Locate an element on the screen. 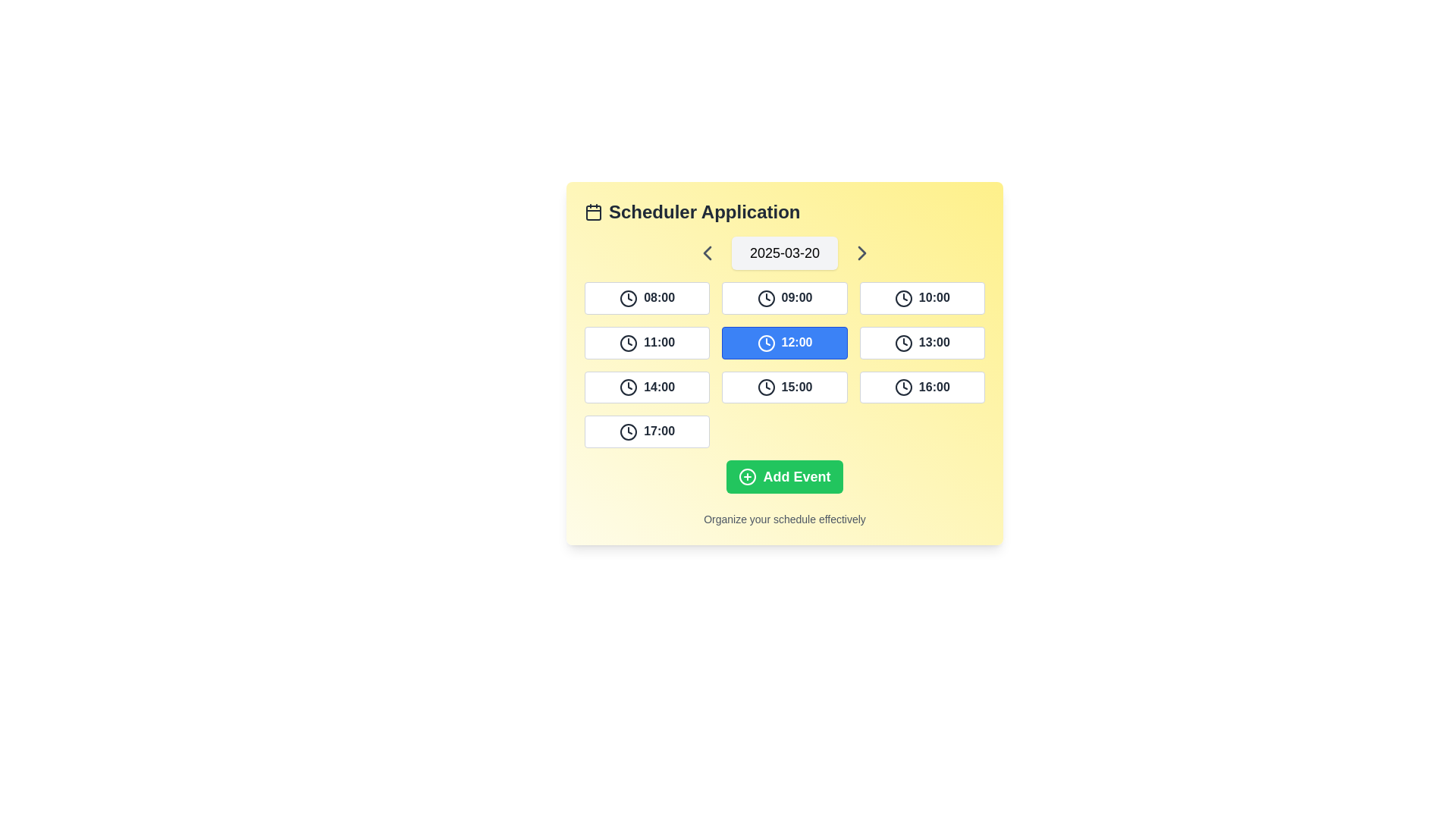 This screenshot has width=1456, height=819. the blue rectangular button labeled '12:00' with a clock icon, which is positioned in the middle of the fourth row in the scheduler interface is located at coordinates (785, 343).